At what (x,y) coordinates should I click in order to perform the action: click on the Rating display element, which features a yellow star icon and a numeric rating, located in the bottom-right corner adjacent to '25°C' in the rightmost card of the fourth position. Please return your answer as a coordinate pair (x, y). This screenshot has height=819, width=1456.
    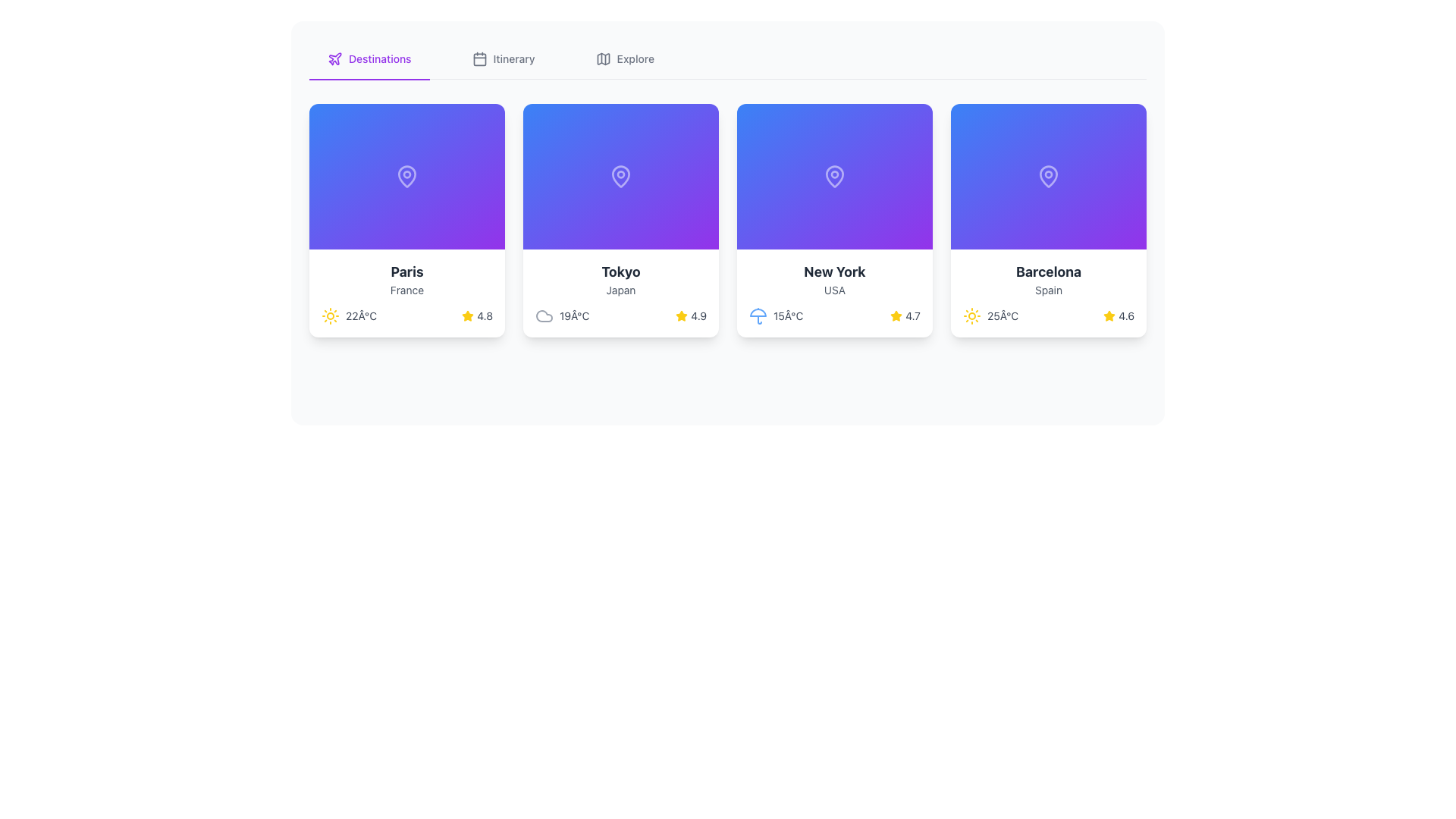
    Looking at the image, I should click on (1119, 315).